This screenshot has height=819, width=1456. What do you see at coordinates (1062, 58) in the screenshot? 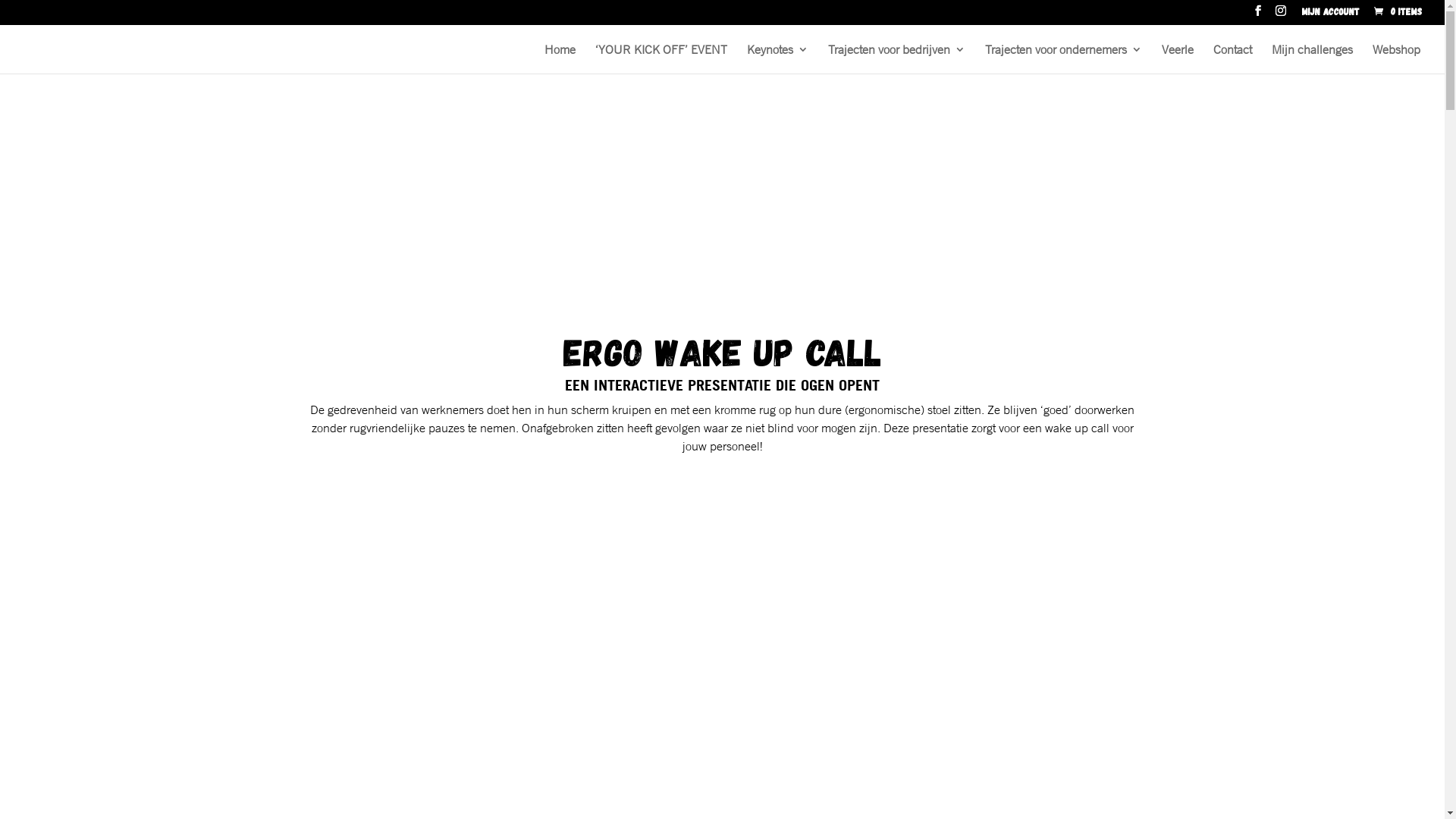
I see `'Trajecten voor ondernemers'` at bounding box center [1062, 58].